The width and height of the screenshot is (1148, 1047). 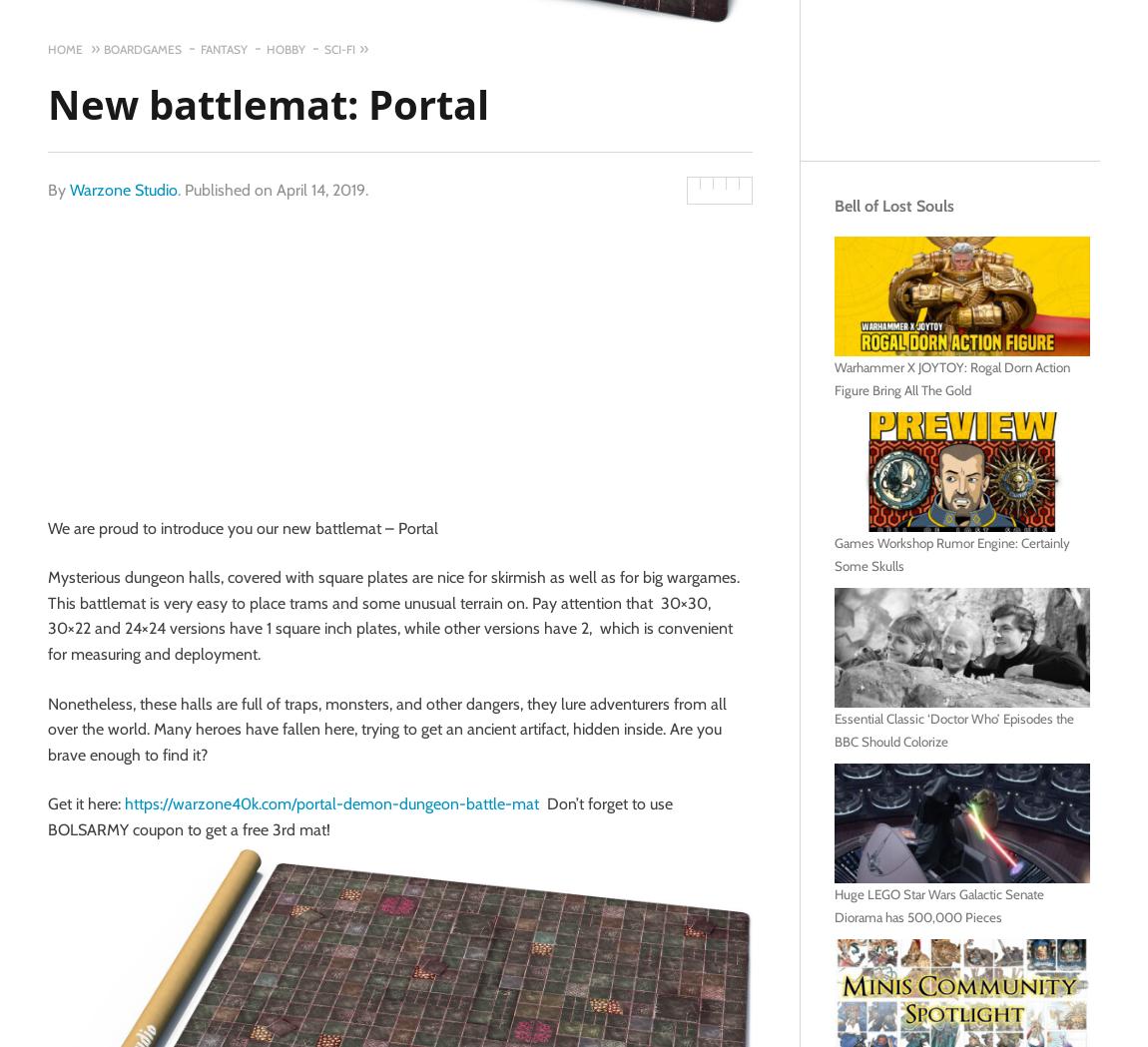 I want to click on 'Mysterious dungeon halls, covered with square plates are nice for skirmish as well as for big wargames. This battlemat is very easy to place trams and some unusual terrain on. Pay attention that  30×30, 30×22 and 24×24 versions have 1 square inch plates, while other versions have 2,  which is convenient for measuring and deployment.', so click(x=393, y=615).